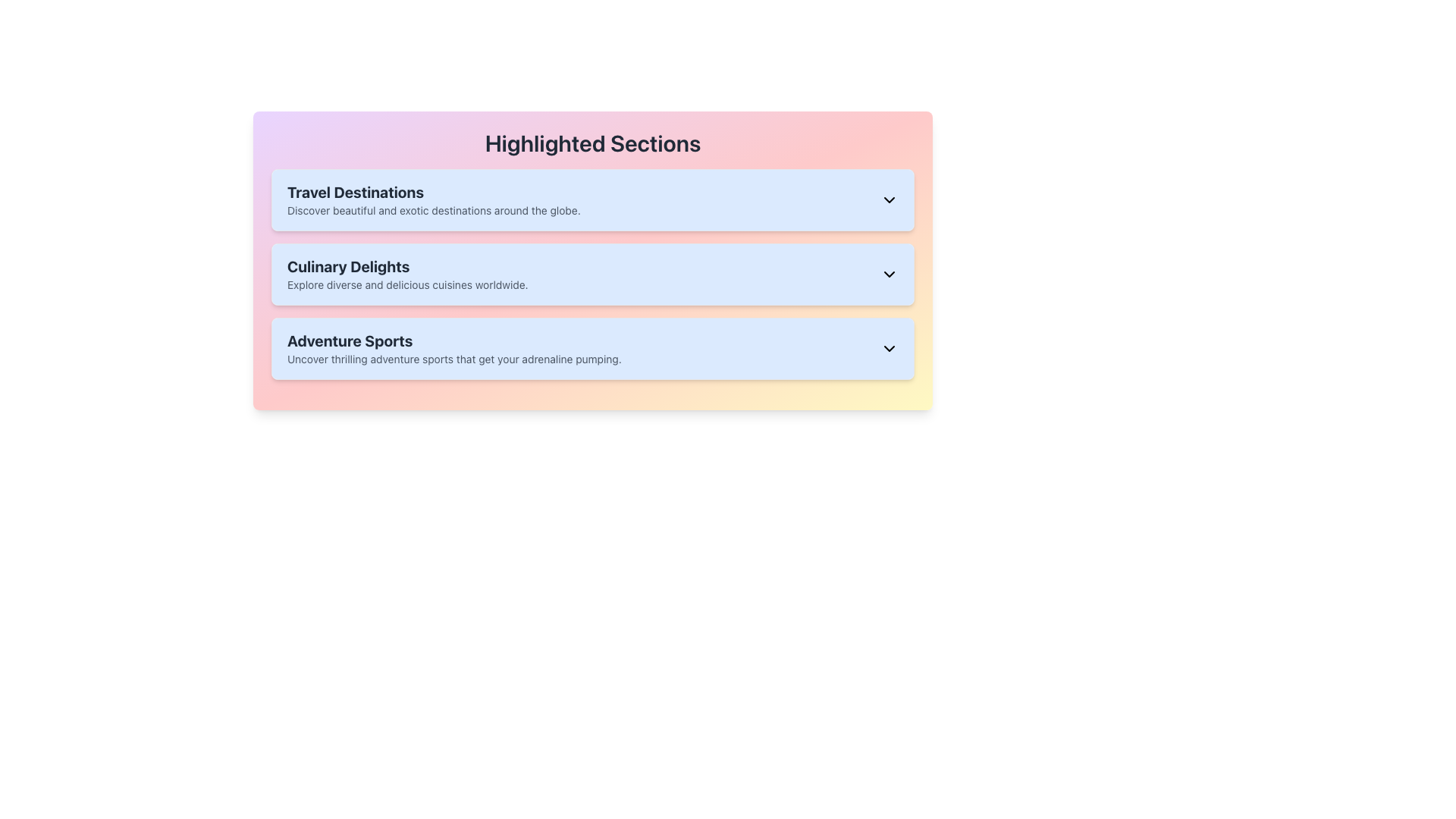 This screenshot has height=819, width=1456. What do you see at coordinates (592, 348) in the screenshot?
I see `the Collapsible Section Header labeled 'Adventure Sports'` at bounding box center [592, 348].